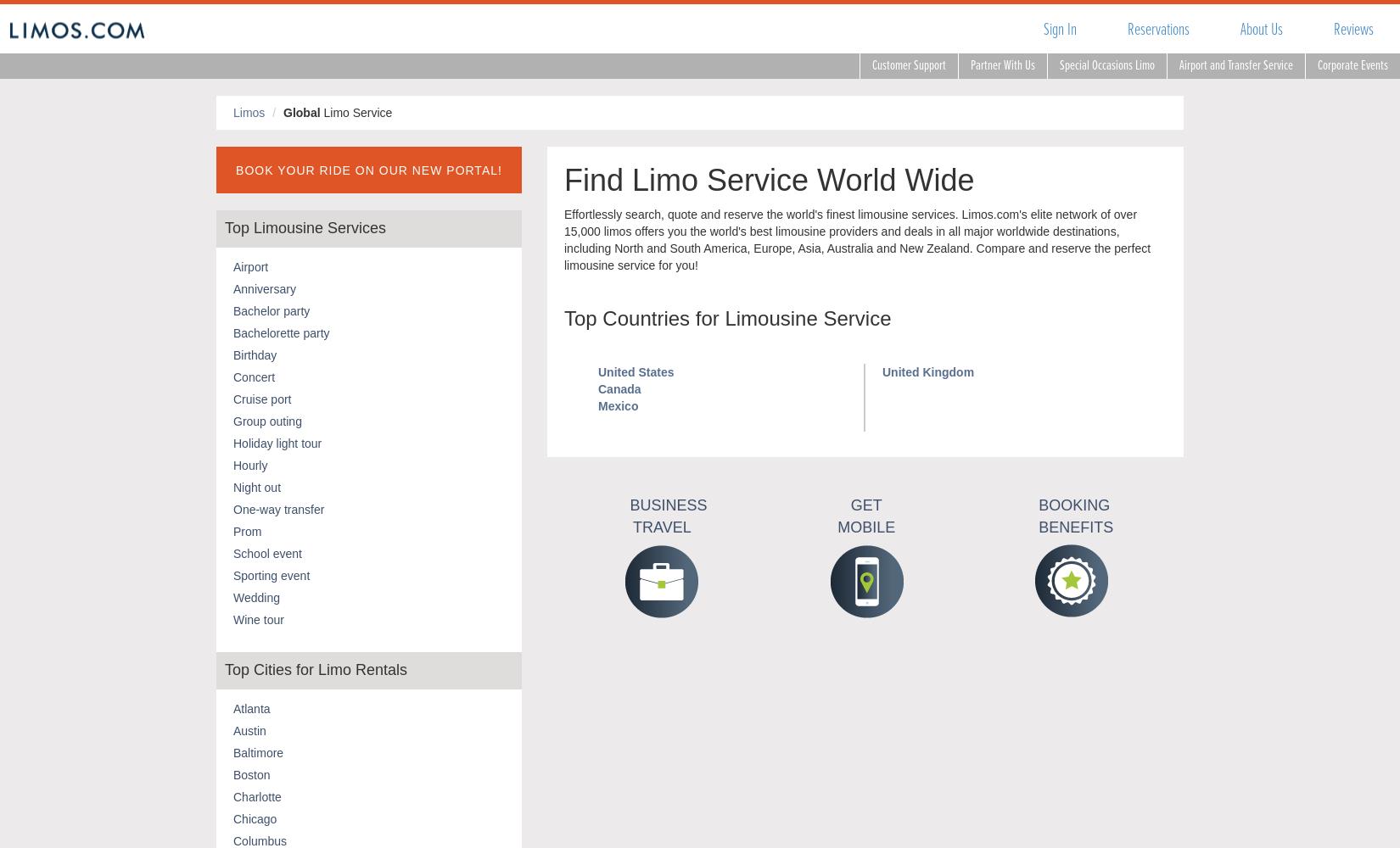 This screenshot has width=1400, height=848. Describe the element at coordinates (251, 774) in the screenshot. I see `'Boston'` at that location.